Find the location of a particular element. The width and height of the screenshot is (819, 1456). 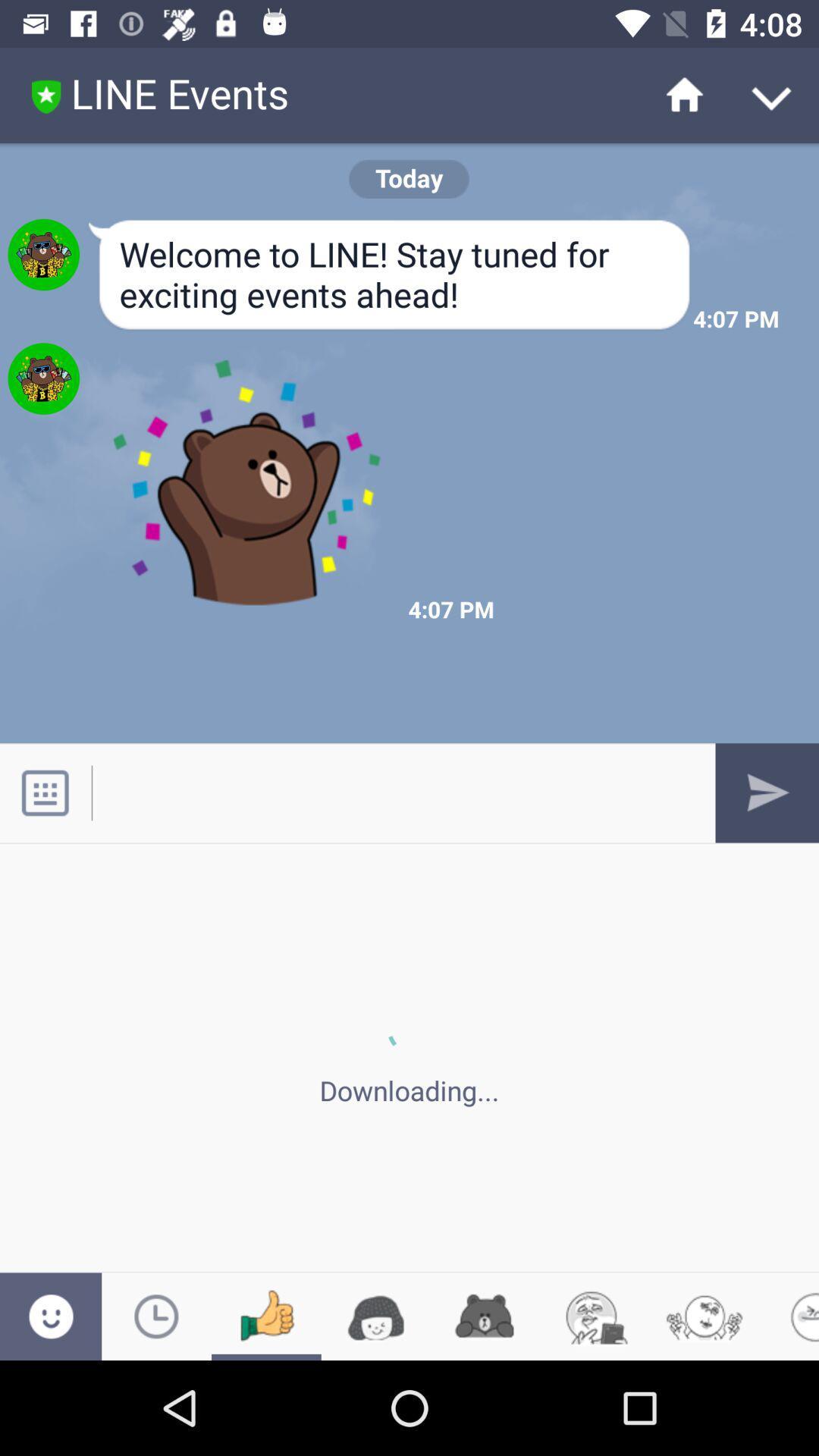

timer at bottom left is located at coordinates (156, 1316).